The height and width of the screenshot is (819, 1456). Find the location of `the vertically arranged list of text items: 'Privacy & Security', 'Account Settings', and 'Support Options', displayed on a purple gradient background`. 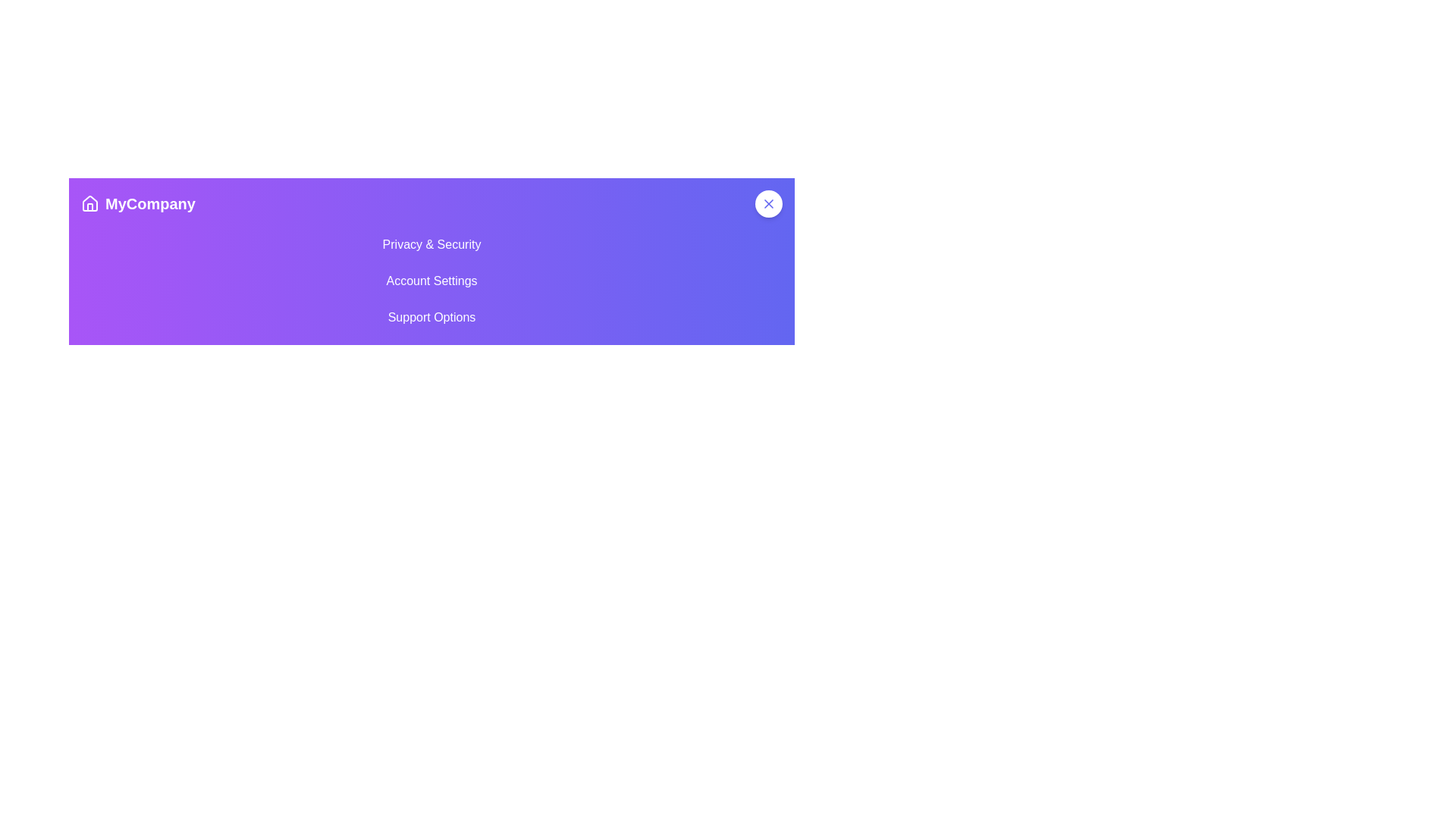

the vertically arranged list of text items: 'Privacy & Security', 'Account Settings', and 'Support Options', displayed on a purple gradient background is located at coordinates (431, 281).